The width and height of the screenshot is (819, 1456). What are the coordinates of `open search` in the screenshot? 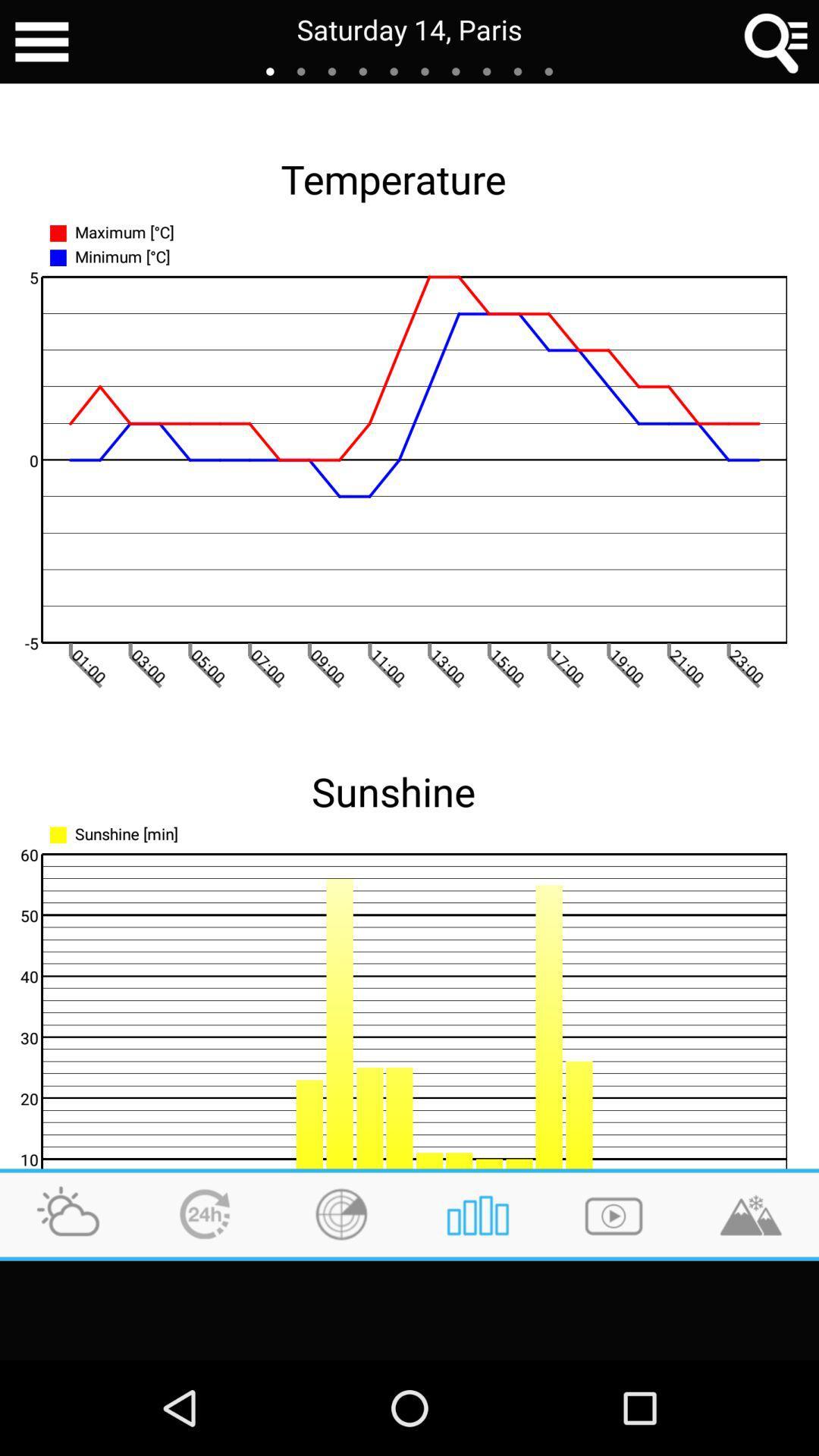 It's located at (777, 42).